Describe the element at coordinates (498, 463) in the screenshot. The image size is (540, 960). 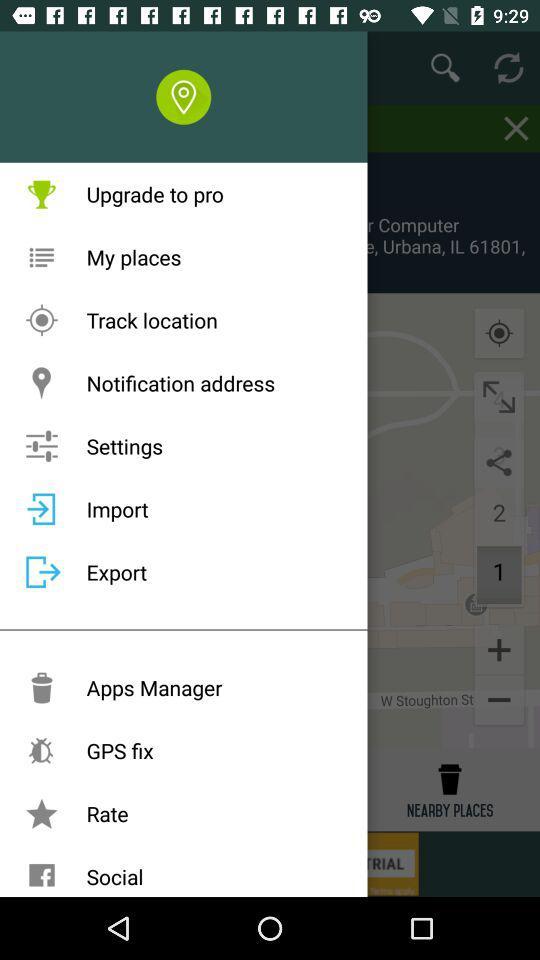
I see `the share icon` at that location.